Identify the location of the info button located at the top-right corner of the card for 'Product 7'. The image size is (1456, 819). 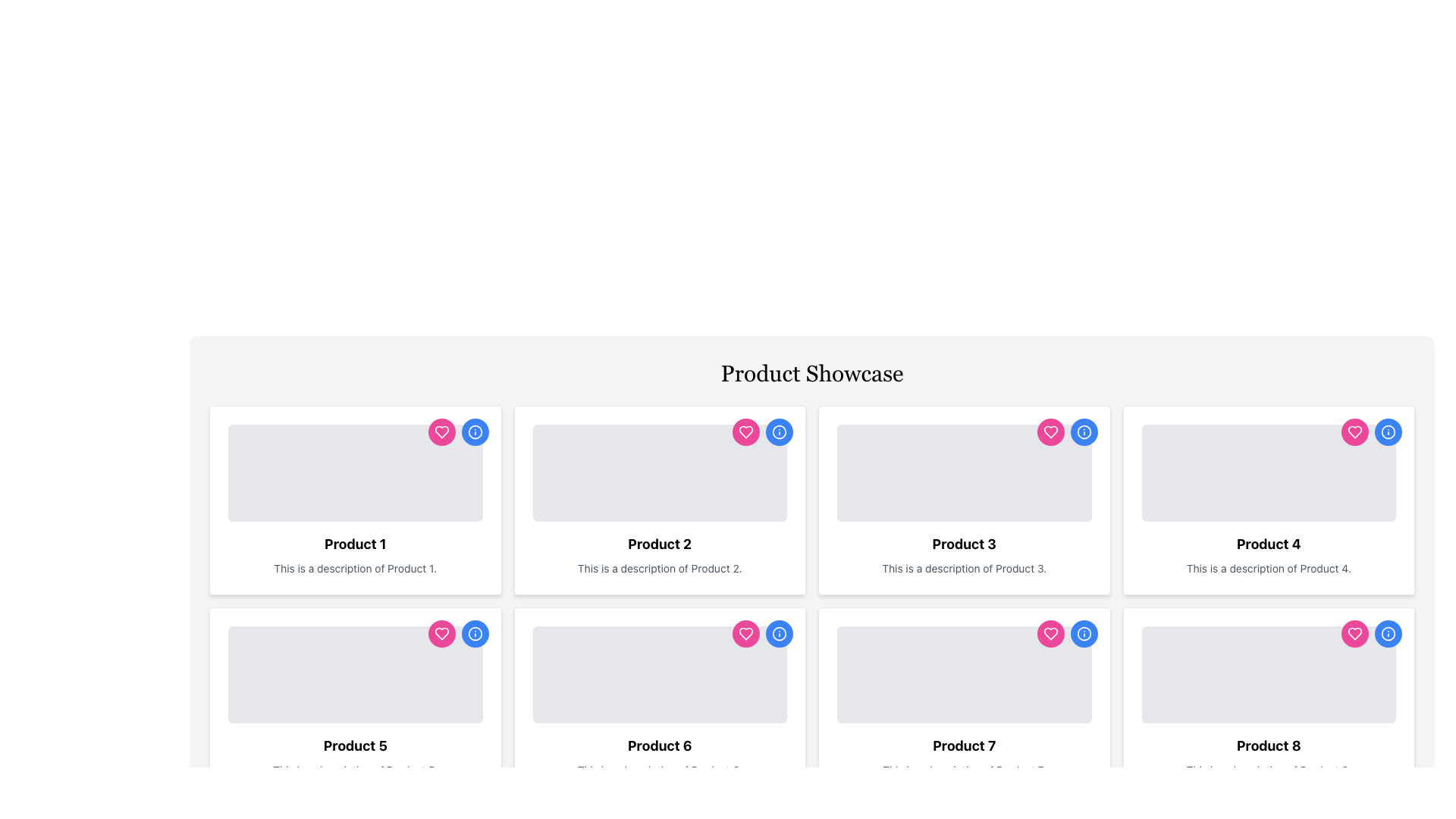
(779, 634).